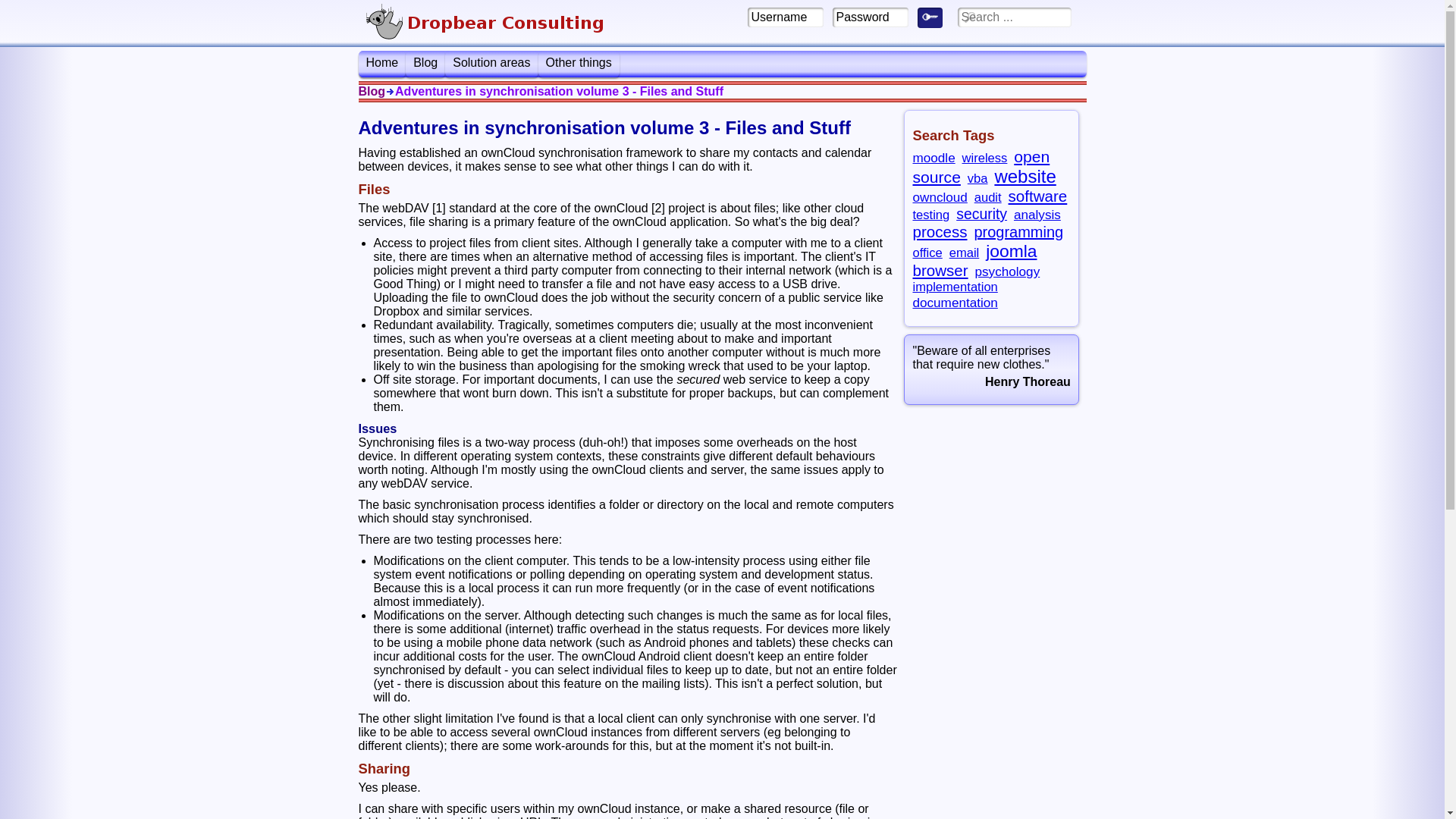 The height and width of the screenshot is (819, 1456). Describe the element at coordinates (371, 91) in the screenshot. I see `'Blog'` at that location.